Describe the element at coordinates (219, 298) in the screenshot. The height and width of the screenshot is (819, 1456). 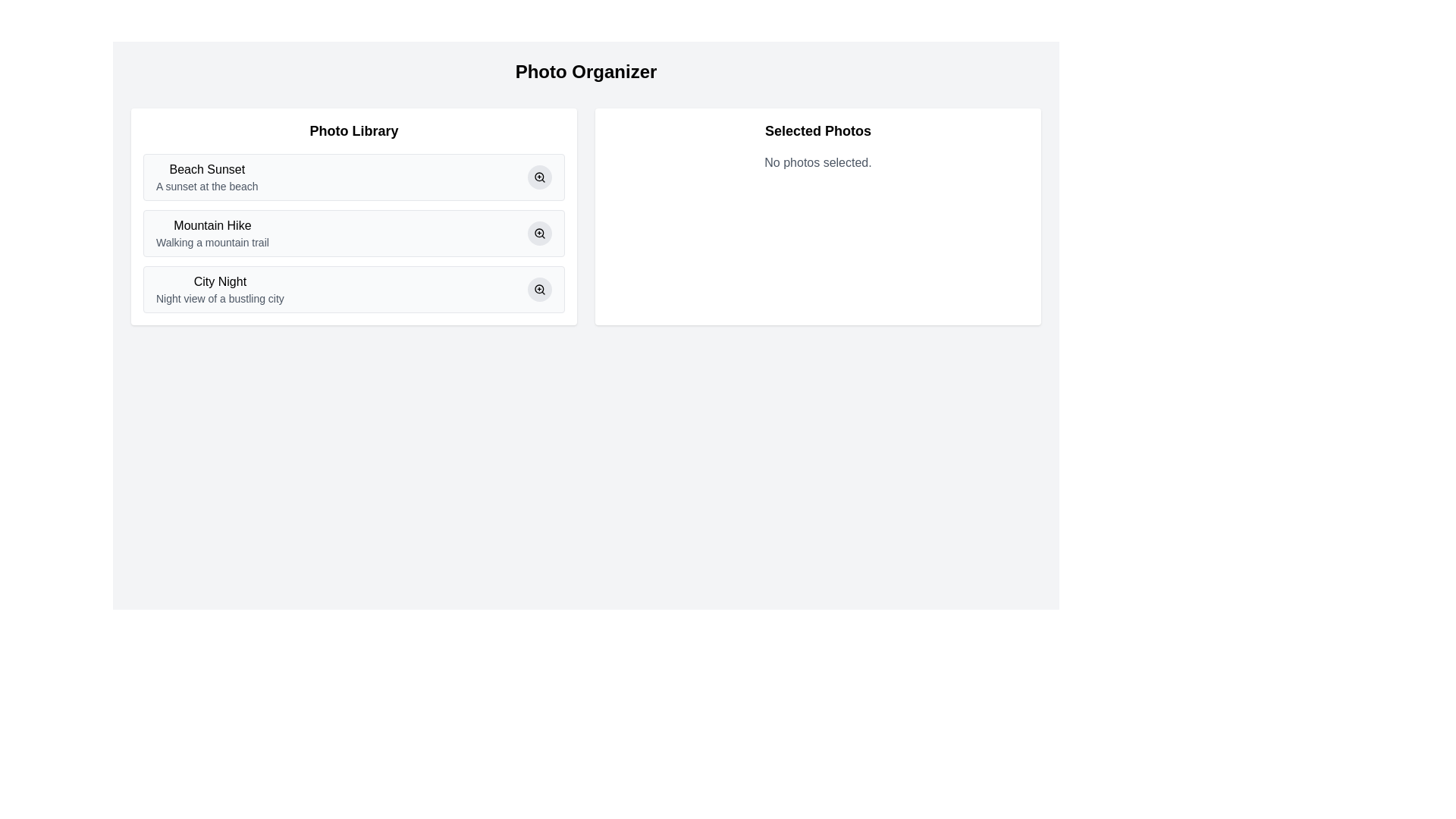
I see `the descriptive subtitle element below the title 'City Night' in the 'Photo Library' section` at that location.